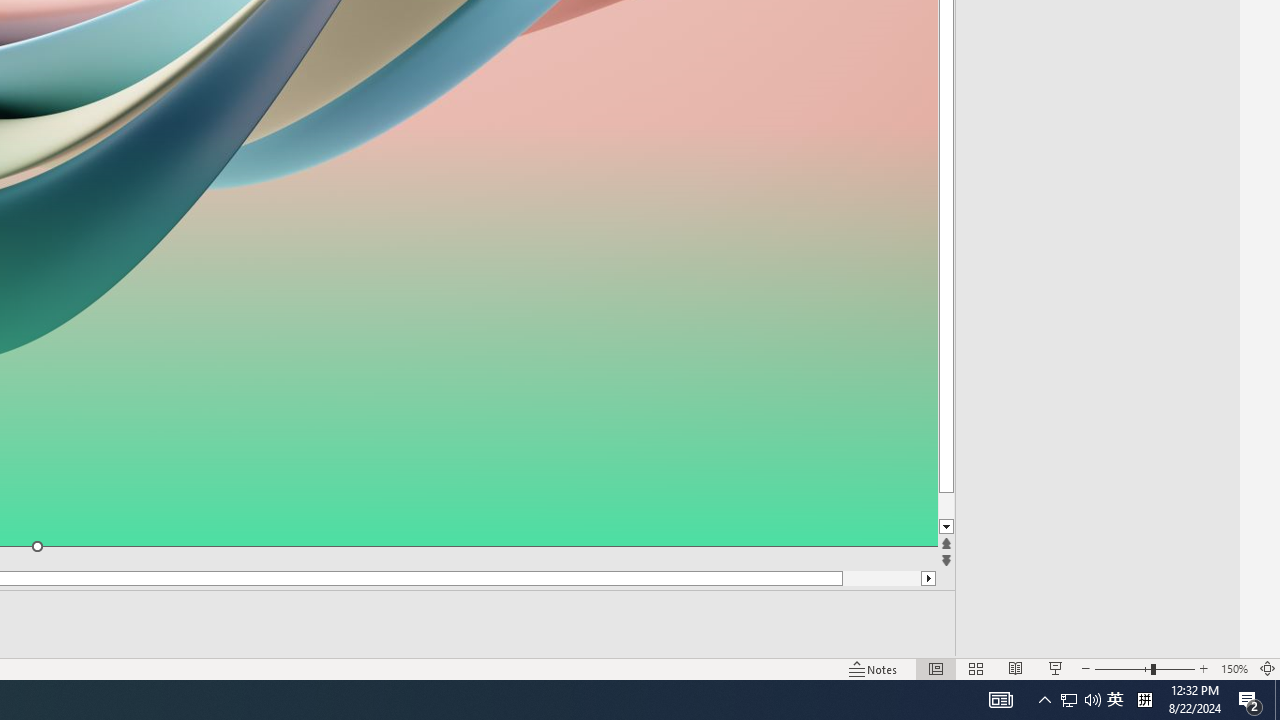 This screenshot has width=1280, height=720. What do you see at coordinates (1055, 669) in the screenshot?
I see `'Slide Show'` at bounding box center [1055, 669].